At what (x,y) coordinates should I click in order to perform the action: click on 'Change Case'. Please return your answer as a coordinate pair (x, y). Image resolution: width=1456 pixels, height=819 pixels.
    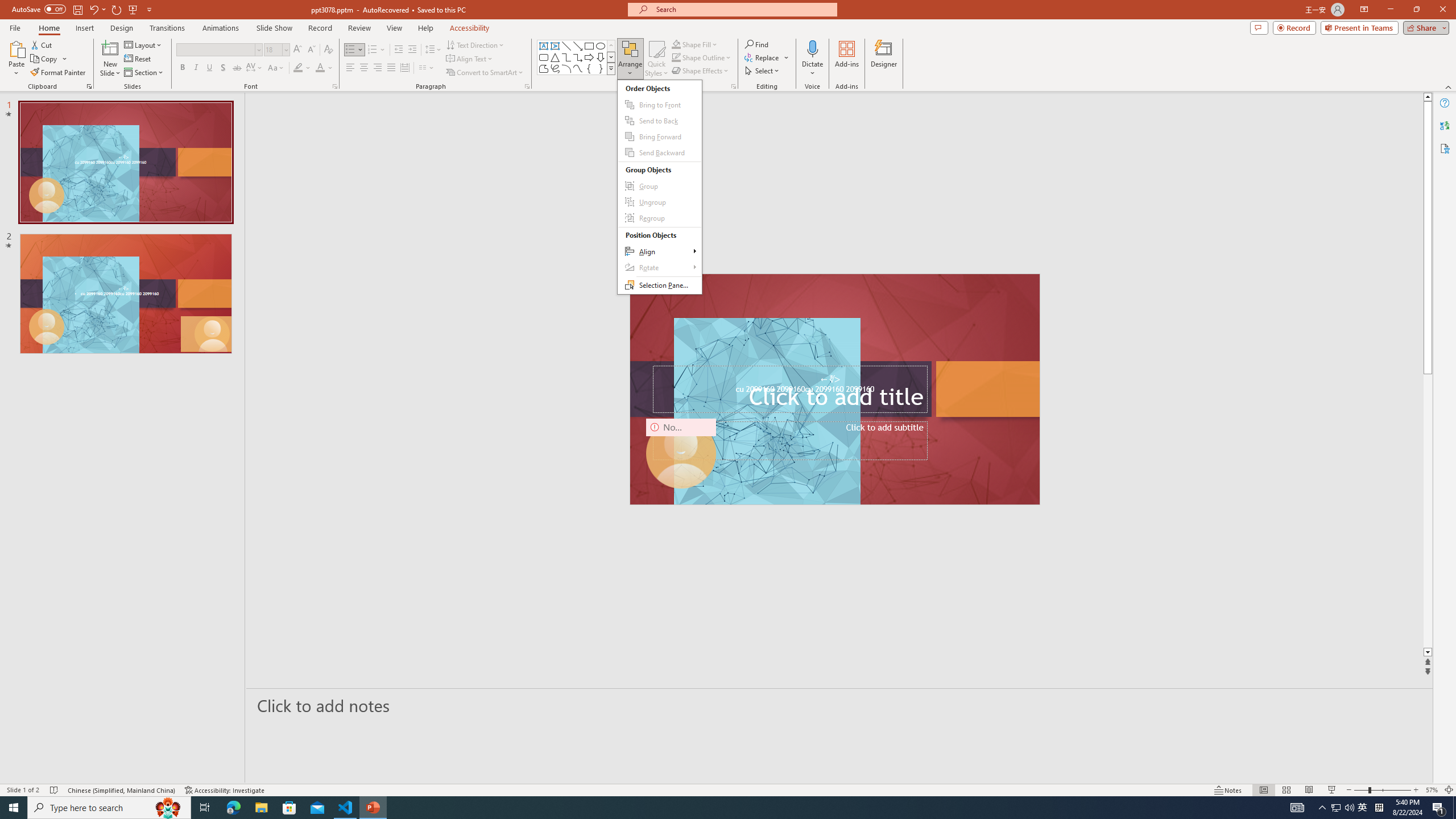
    Looking at the image, I should click on (276, 67).